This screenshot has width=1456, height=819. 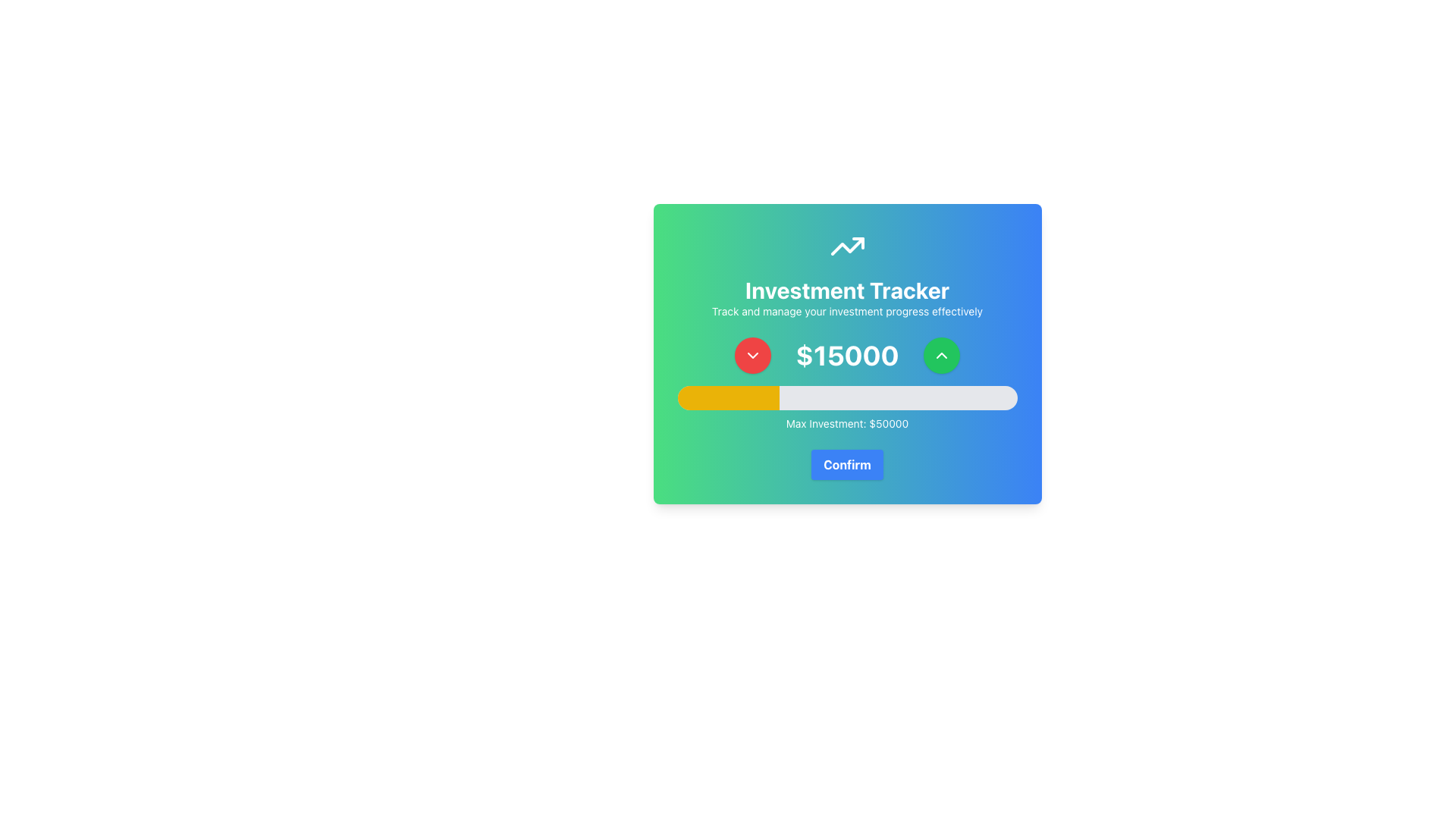 What do you see at coordinates (895, 397) in the screenshot?
I see `progress` at bounding box center [895, 397].